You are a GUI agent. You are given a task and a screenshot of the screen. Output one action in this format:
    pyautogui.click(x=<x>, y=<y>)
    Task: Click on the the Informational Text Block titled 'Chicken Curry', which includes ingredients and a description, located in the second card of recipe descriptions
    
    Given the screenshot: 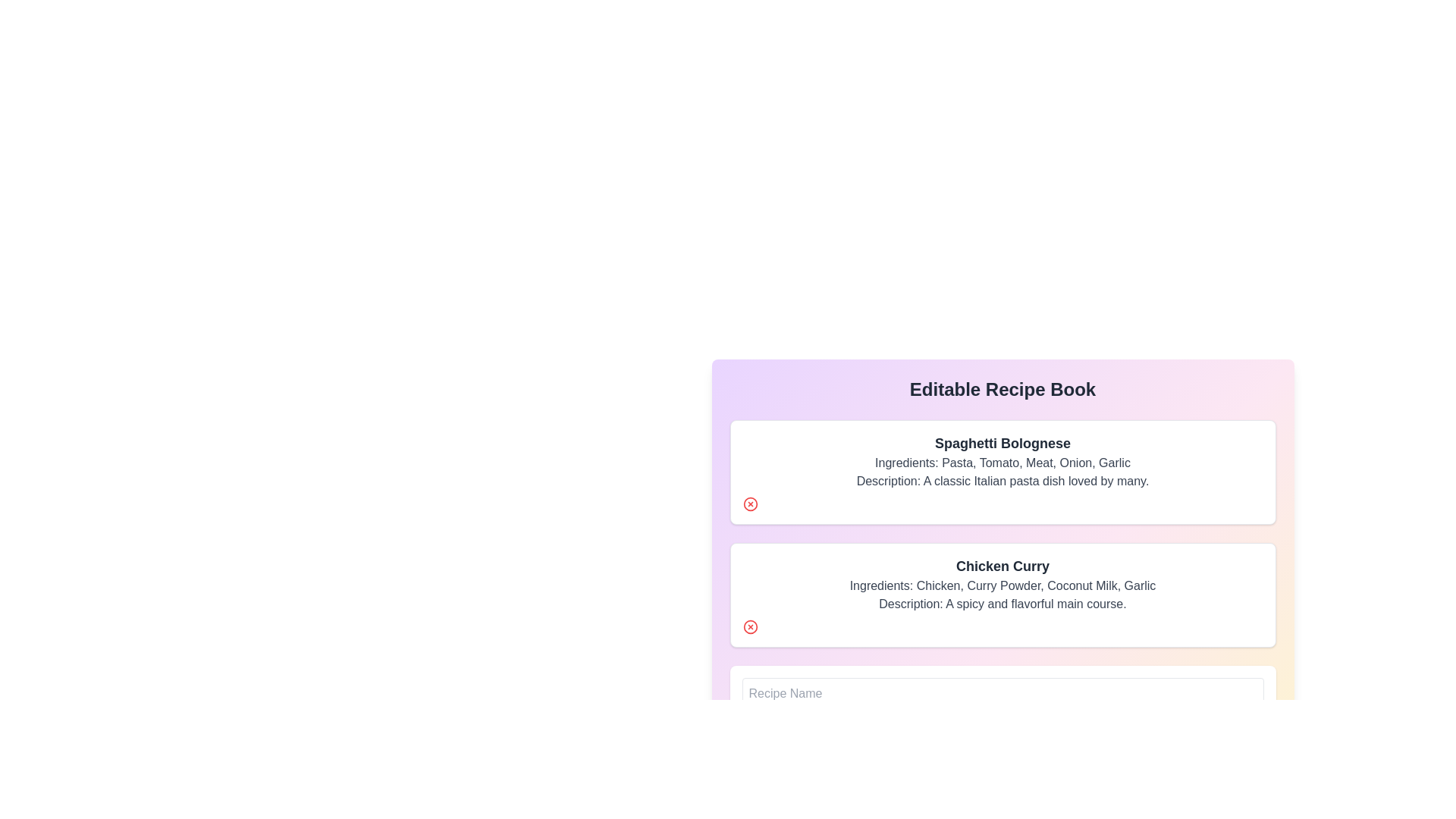 What is the action you would take?
    pyautogui.click(x=1003, y=584)
    